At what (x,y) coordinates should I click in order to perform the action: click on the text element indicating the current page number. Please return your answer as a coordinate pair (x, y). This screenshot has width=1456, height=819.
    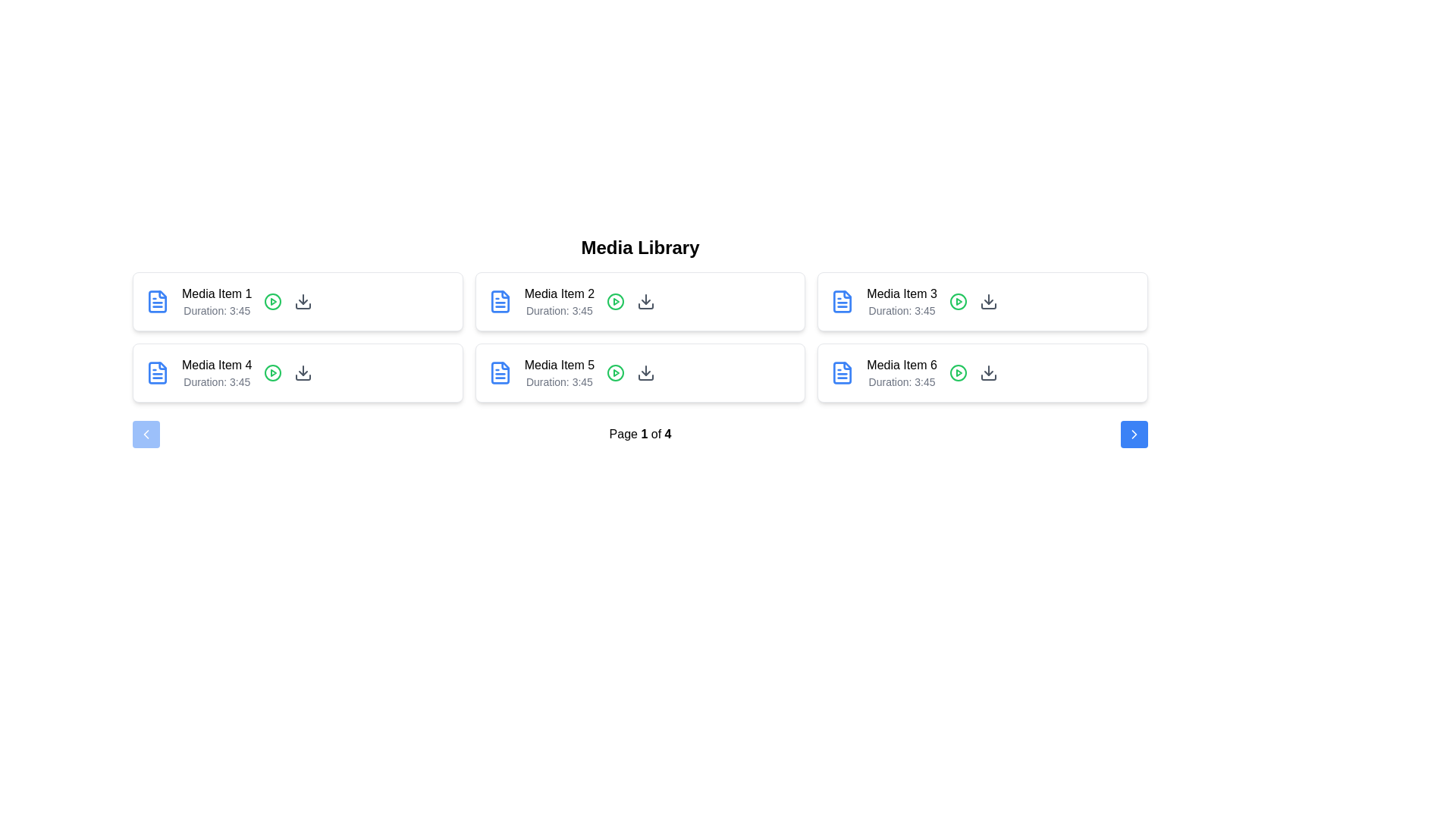
    Looking at the image, I should click on (644, 434).